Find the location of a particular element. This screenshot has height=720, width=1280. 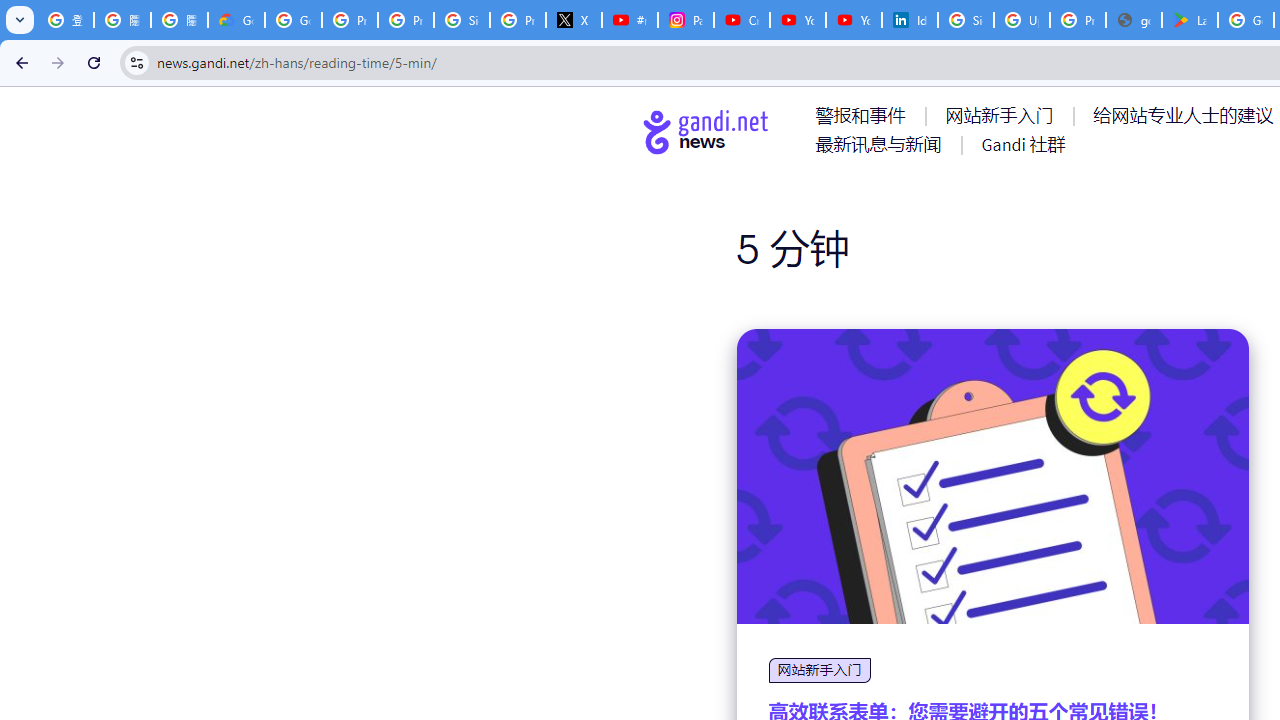

'Last Shelter: Survival - Apps on Google Play' is located at coordinates (1190, 20).